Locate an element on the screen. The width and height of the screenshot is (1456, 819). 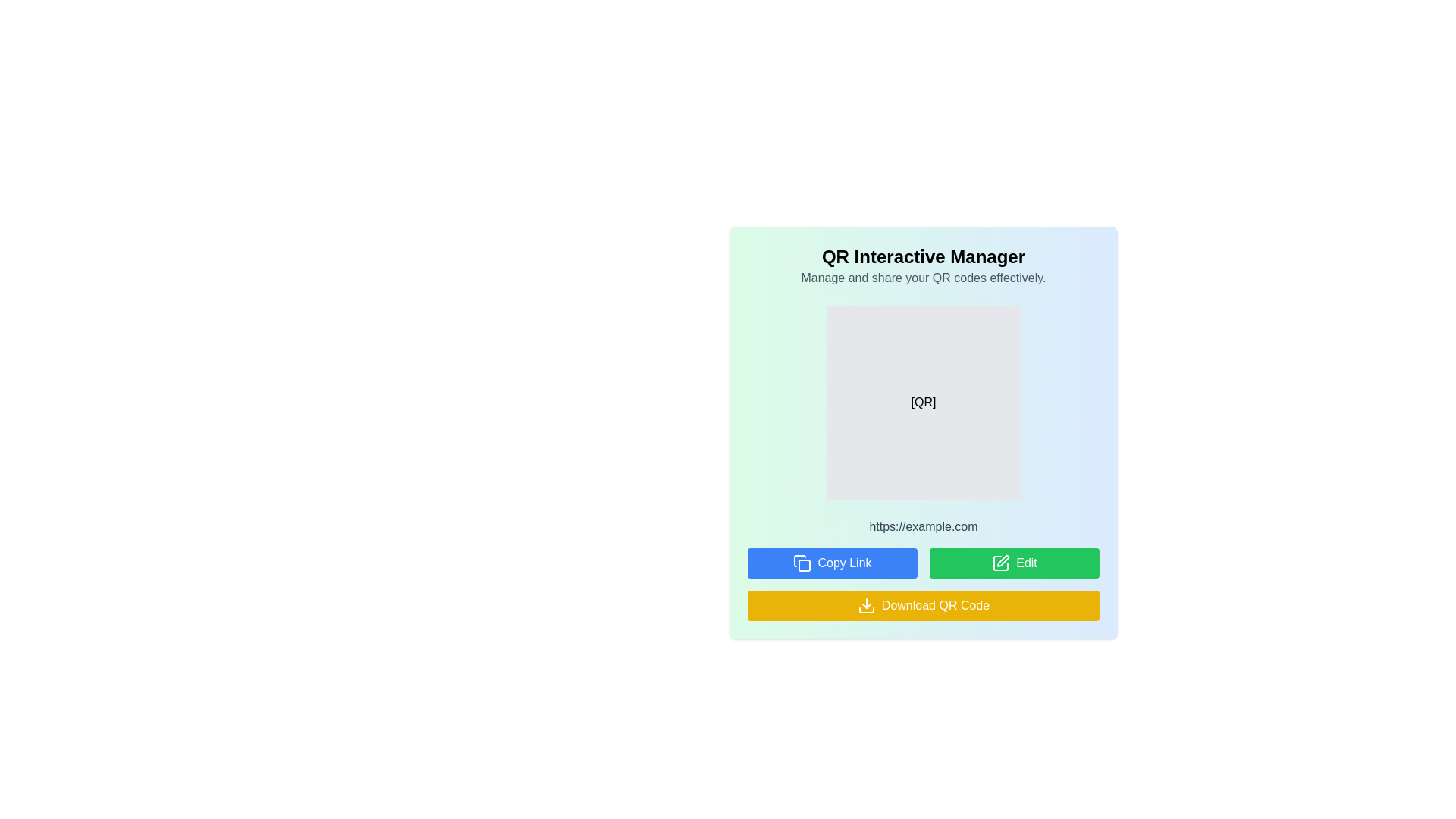
the 'Edit' icon which is positioned inside the green button at the bottom of the central card in the UI is located at coordinates (1001, 563).